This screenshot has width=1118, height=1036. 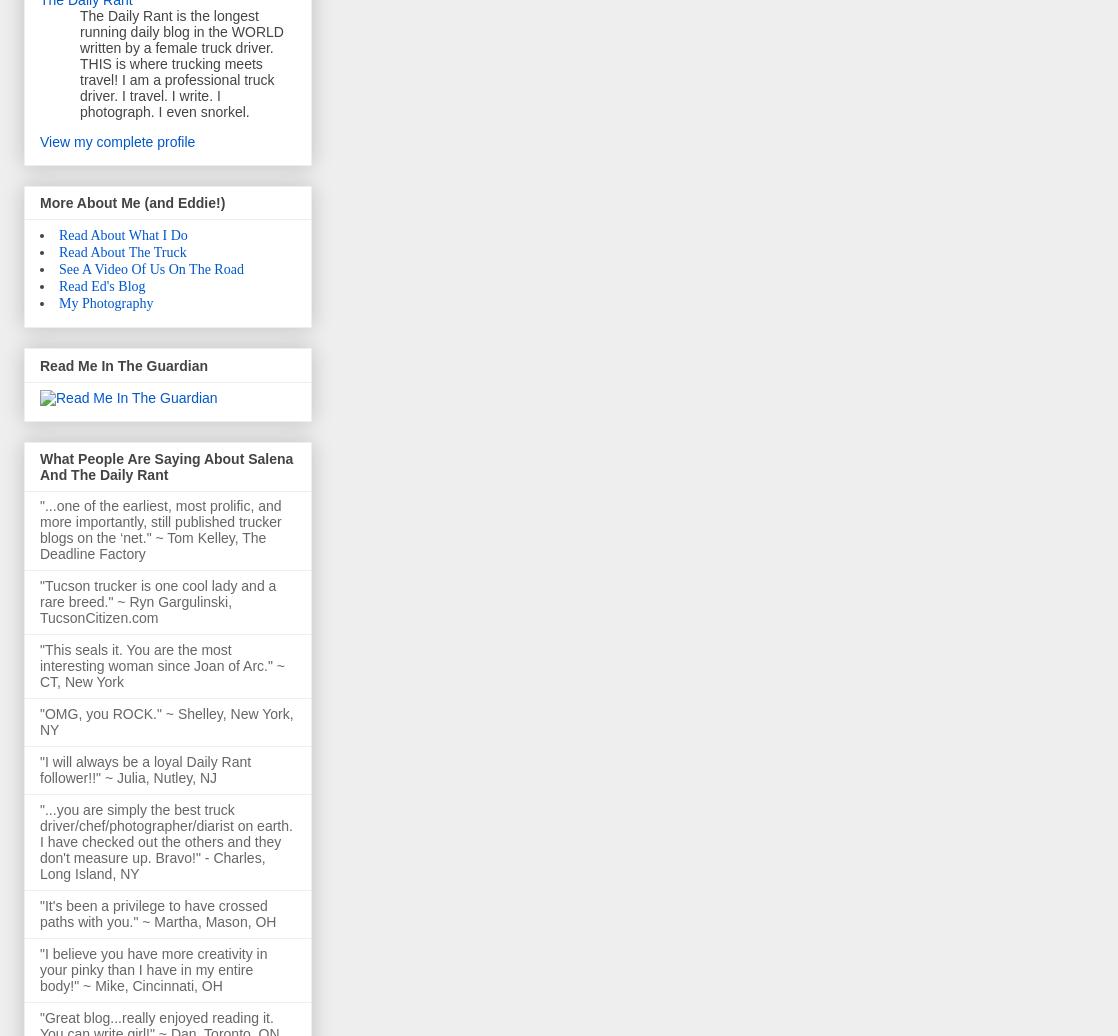 I want to click on '"This seals it. You are the most interesting woman since Joan of Arc." ~ CT, New York', so click(x=40, y=666).